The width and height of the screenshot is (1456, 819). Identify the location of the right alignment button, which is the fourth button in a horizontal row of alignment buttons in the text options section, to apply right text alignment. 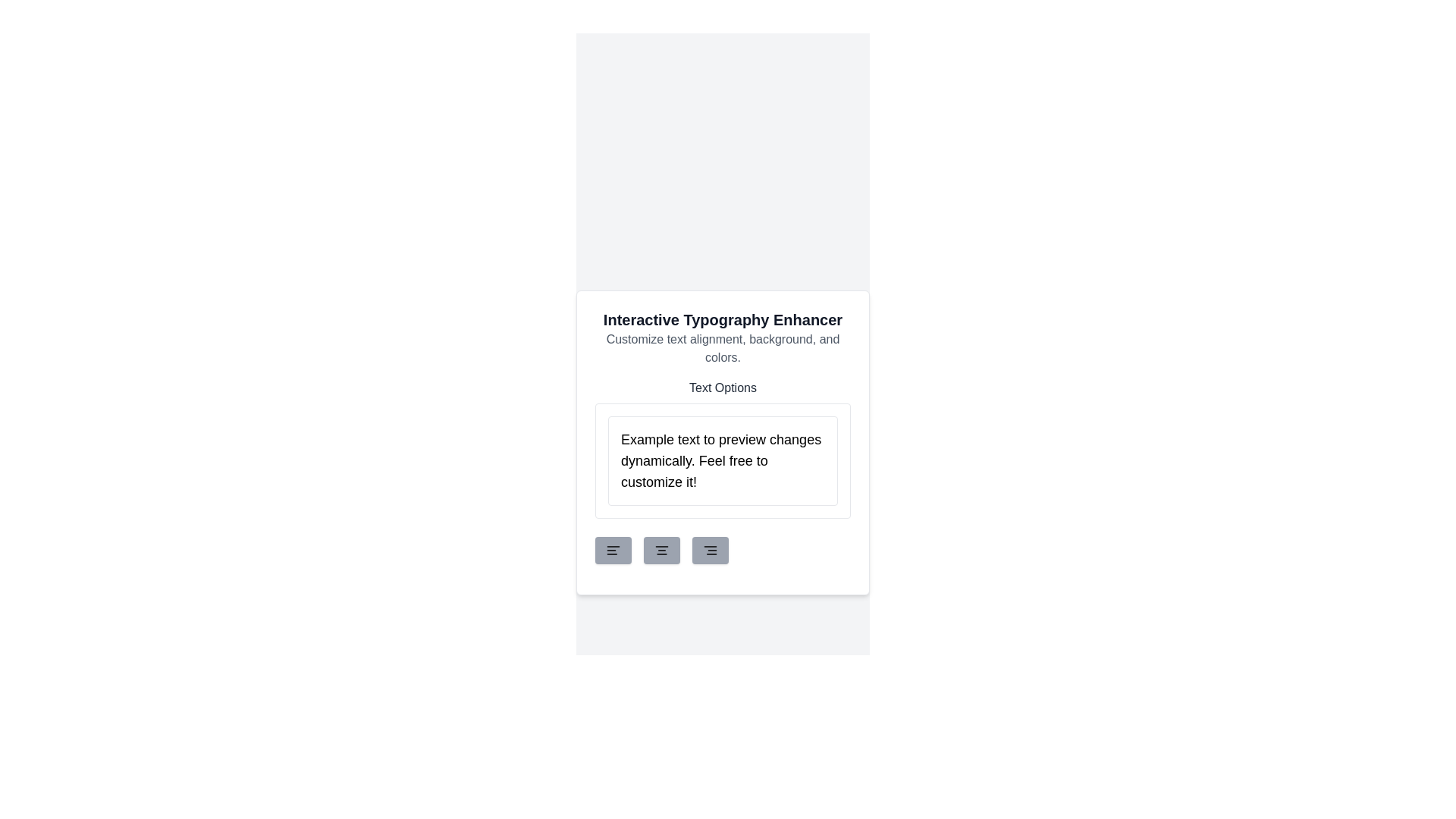
(709, 550).